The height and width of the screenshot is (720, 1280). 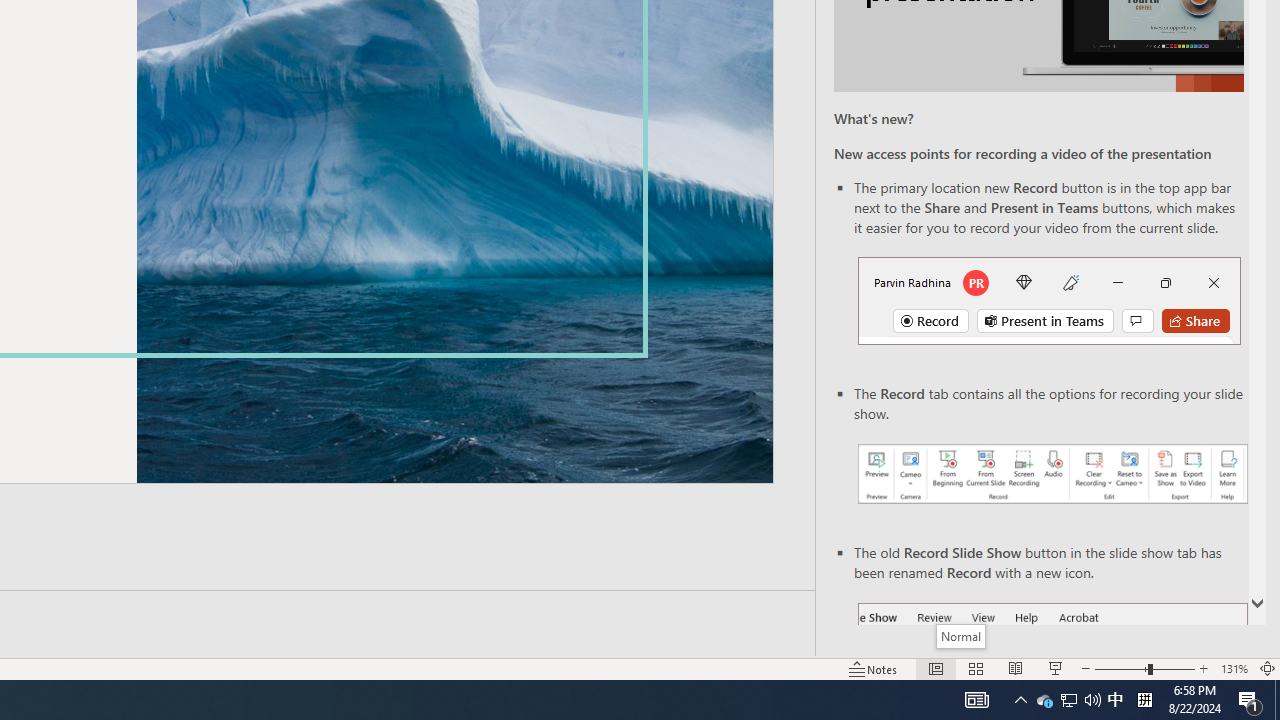 I want to click on 'Record your presentations screenshot one', so click(x=1051, y=474).